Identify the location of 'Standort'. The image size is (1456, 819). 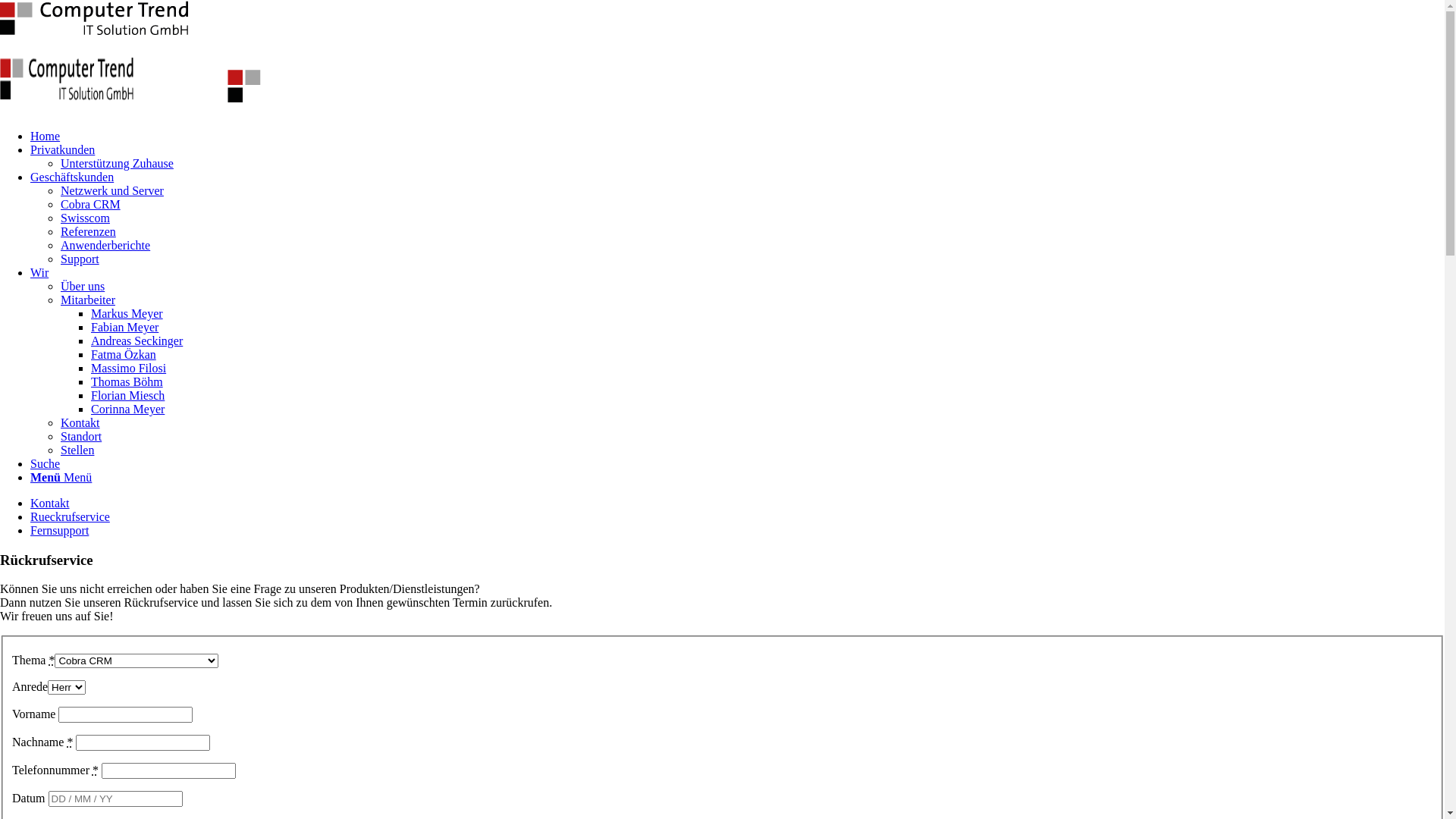
(80, 436).